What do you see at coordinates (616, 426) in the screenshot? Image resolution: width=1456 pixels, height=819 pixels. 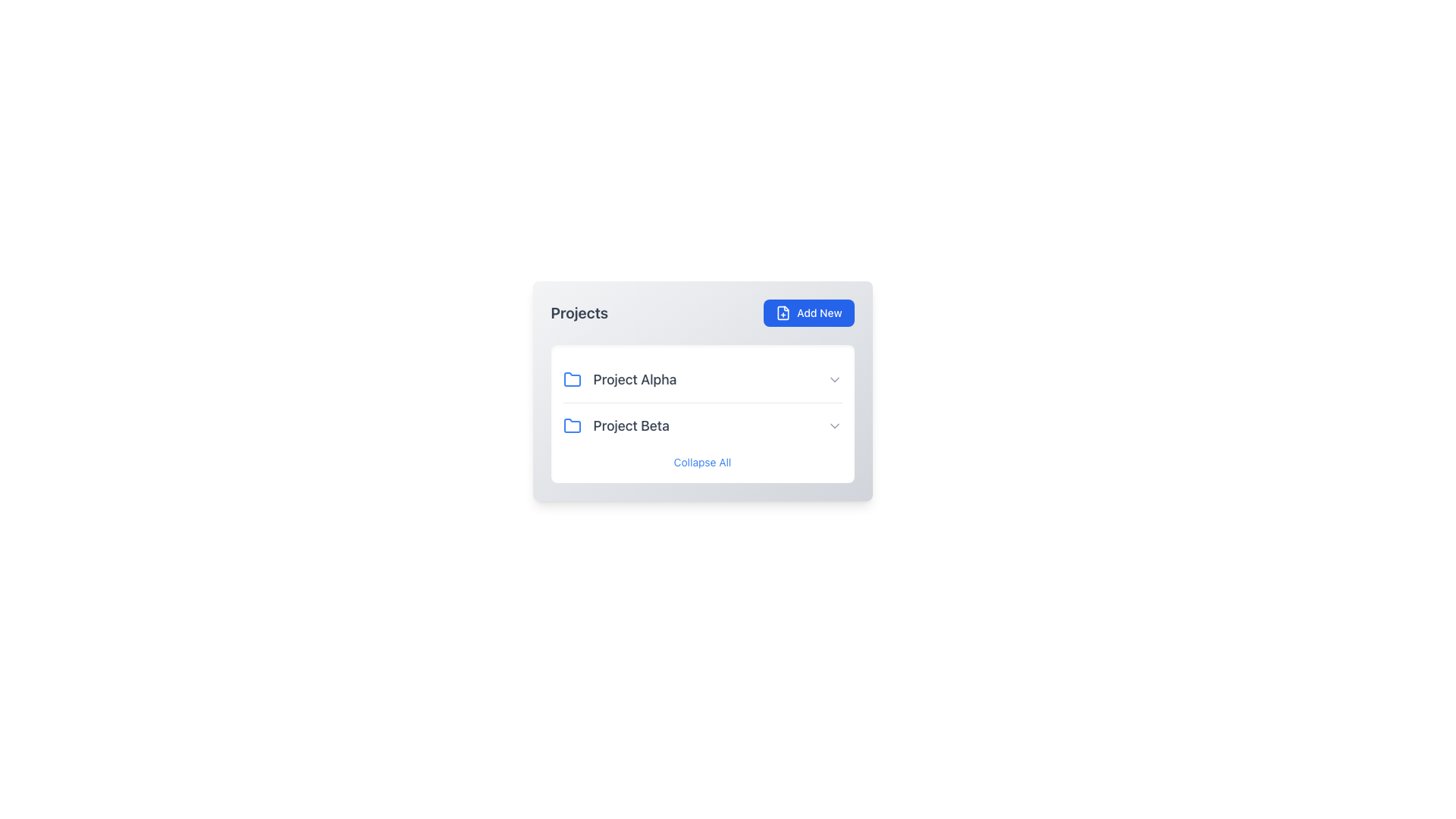 I see `the text label 'Project Beta'` at bounding box center [616, 426].